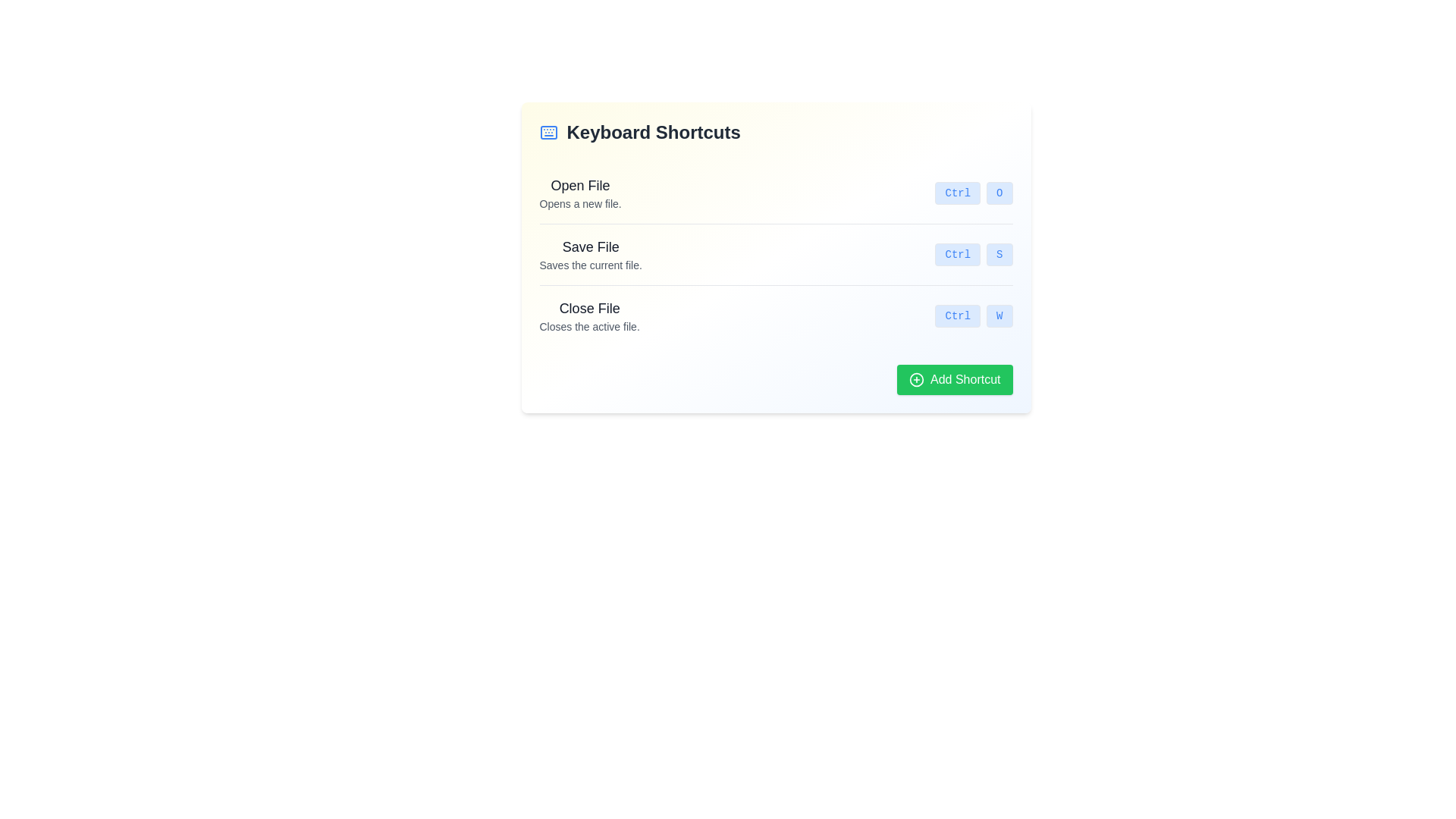  Describe the element at coordinates (999, 192) in the screenshot. I see `the small button-like component displaying the character 'O' with a blue text color, located to the right of the 'Ctrl' element in the upper-right portion of the interface` at that location.